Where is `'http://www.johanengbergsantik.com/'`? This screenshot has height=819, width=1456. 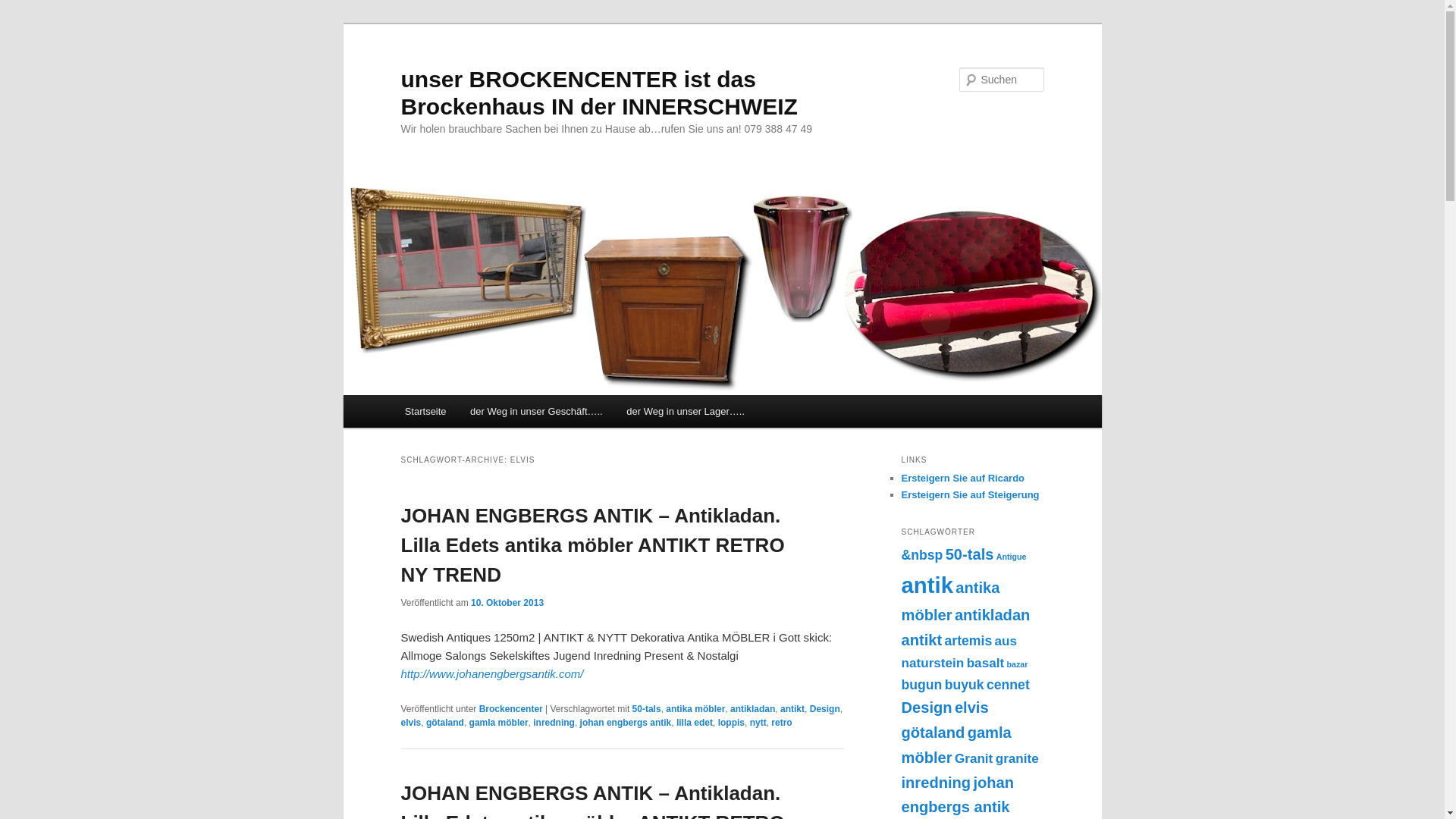 'http://www.johanengbergsantik.com/' is located at coordinates (491, 673).